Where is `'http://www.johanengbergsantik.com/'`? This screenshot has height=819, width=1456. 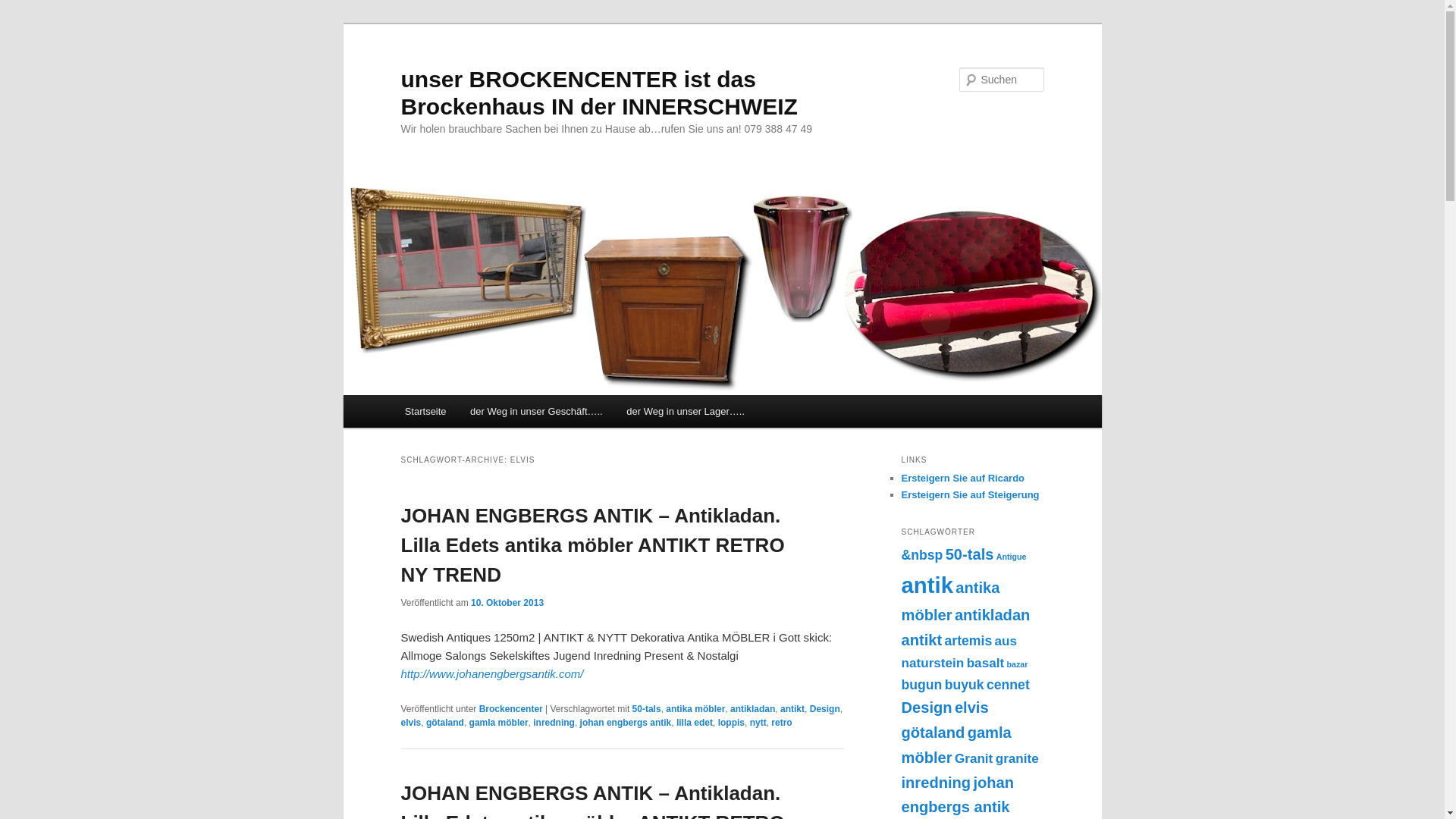 'http://www.johanengbergsantik.com/' is located at coordinates (491, 673).